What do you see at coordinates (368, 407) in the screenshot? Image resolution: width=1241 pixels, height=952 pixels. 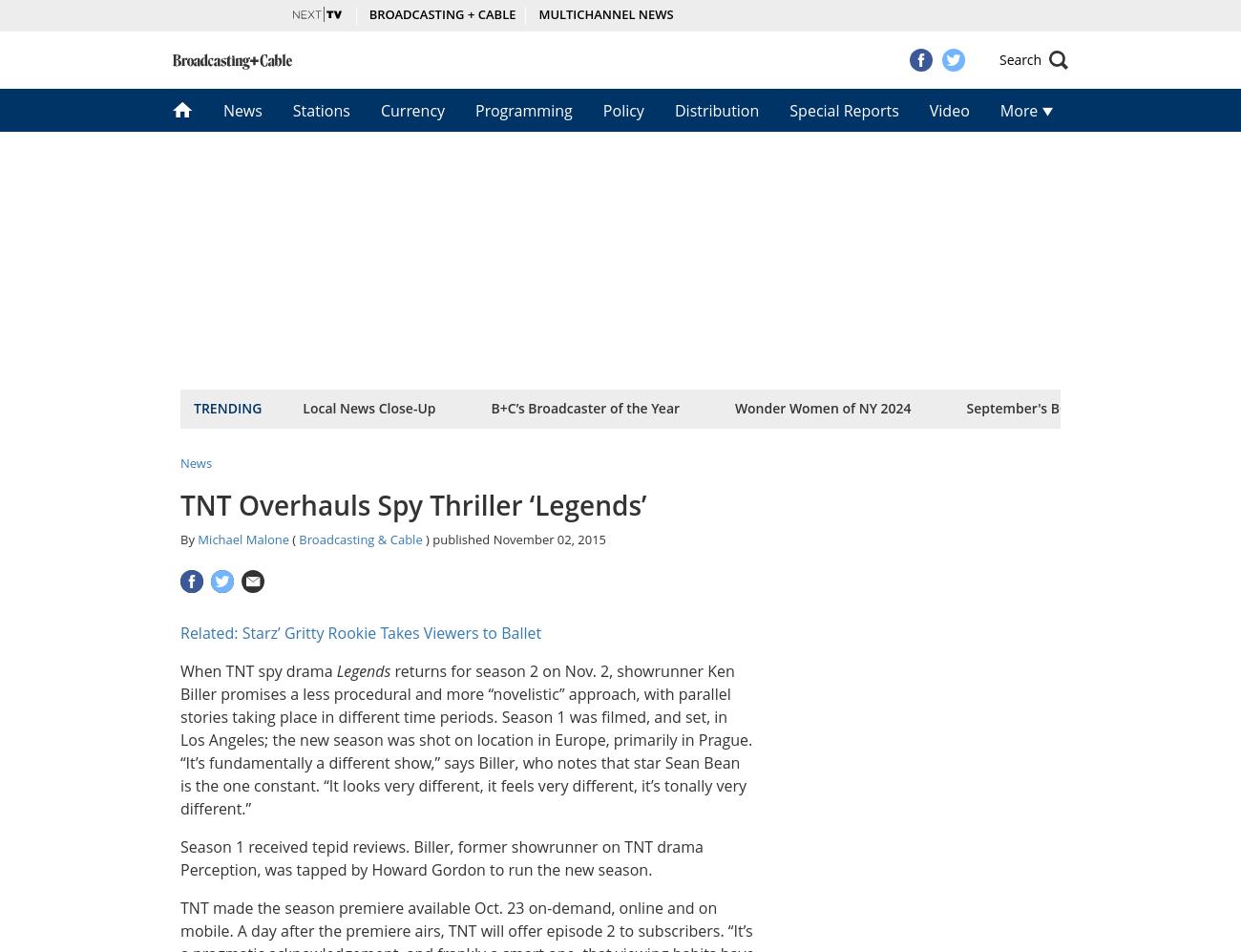 I see `'Local News Close-Up'` at bounding box center [368, 407].